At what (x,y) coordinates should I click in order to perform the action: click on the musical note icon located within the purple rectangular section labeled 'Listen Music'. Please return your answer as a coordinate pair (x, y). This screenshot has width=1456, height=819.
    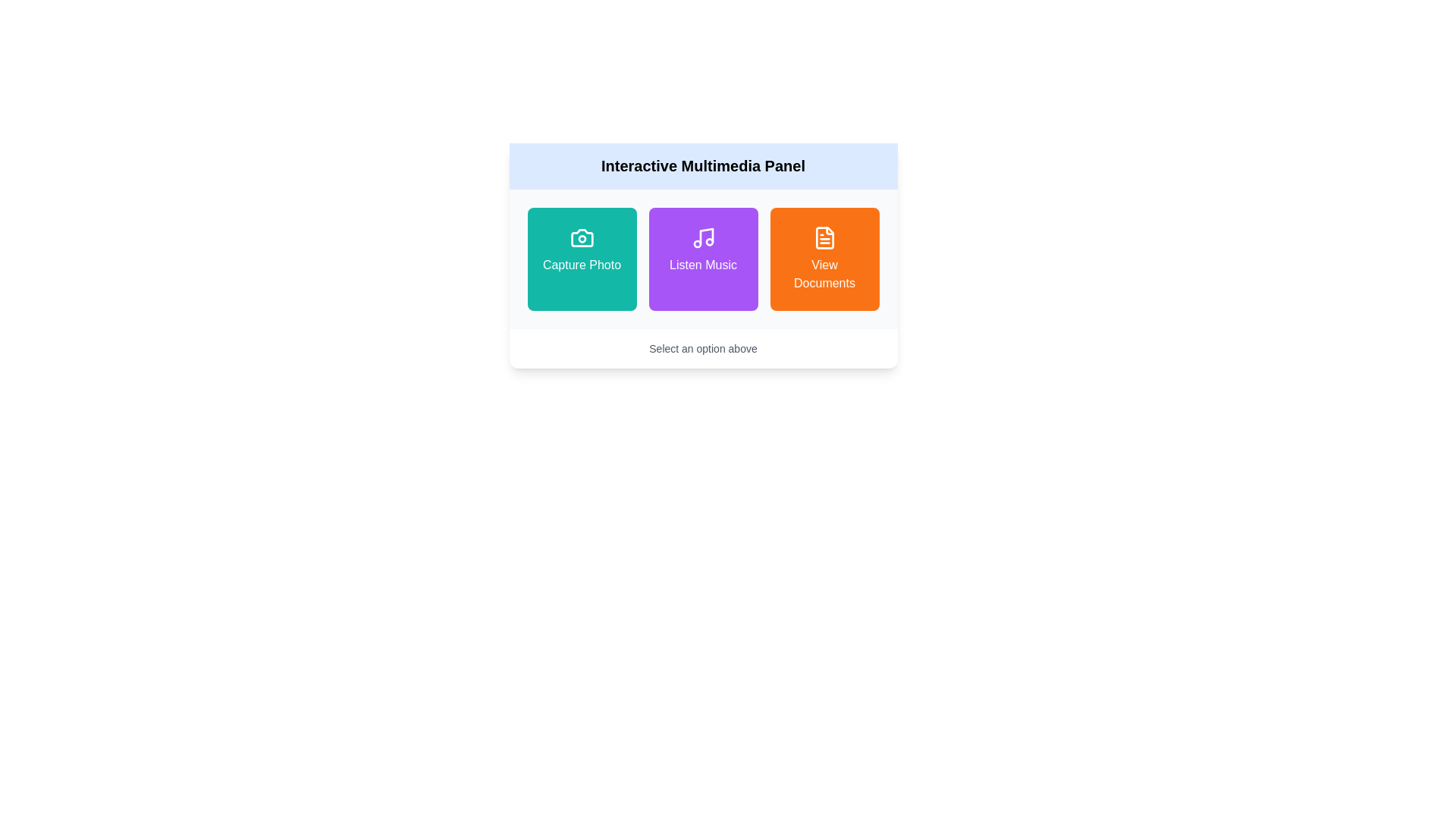
    Looking at the image, I should click on (702, 237).